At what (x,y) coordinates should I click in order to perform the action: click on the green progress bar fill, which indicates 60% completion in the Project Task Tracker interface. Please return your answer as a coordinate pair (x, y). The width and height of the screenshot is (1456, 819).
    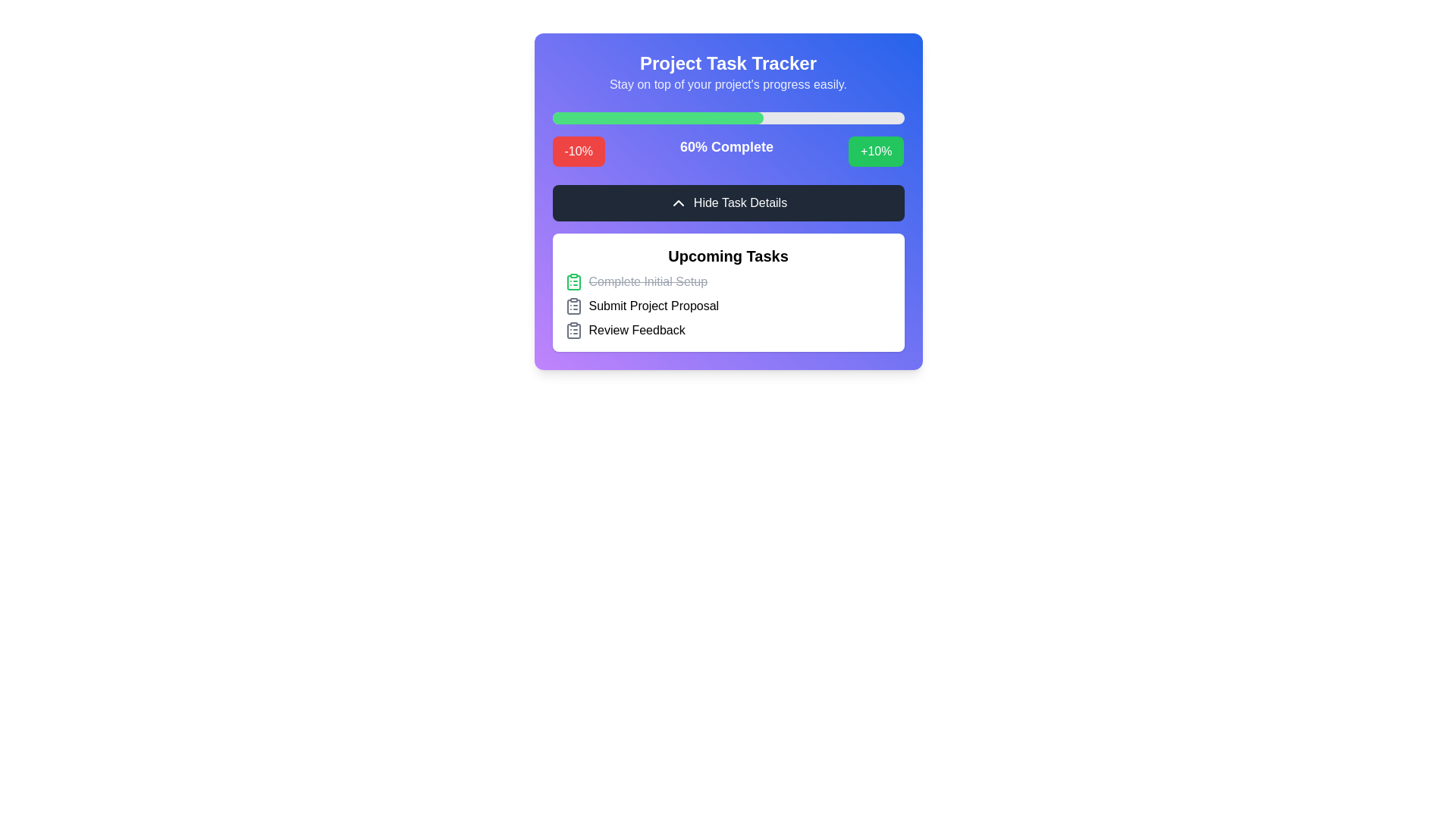
    Looking at the image, I should click on (657, 117).